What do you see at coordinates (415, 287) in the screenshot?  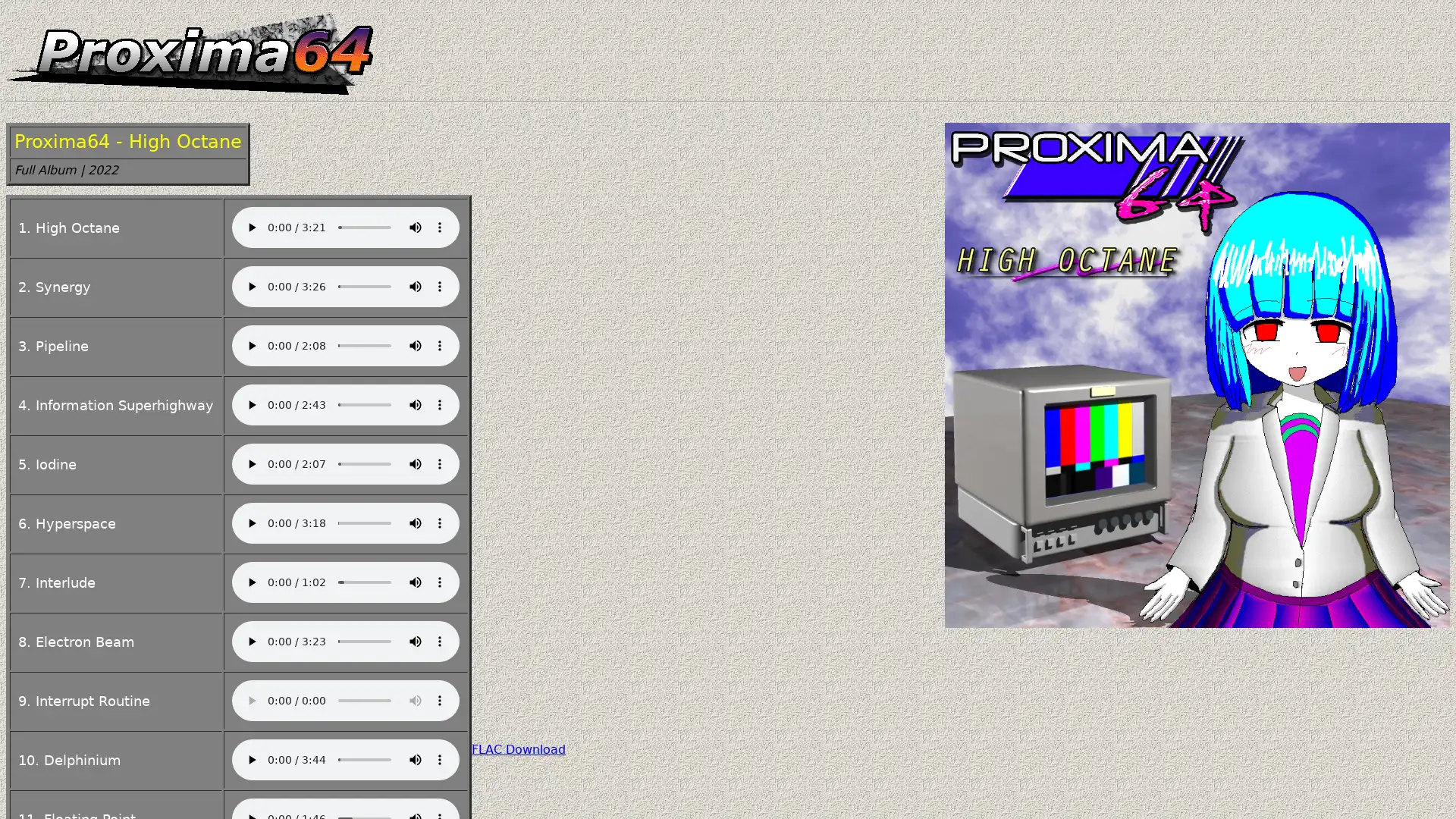 I see `mute` at bounding box center [415, 287].